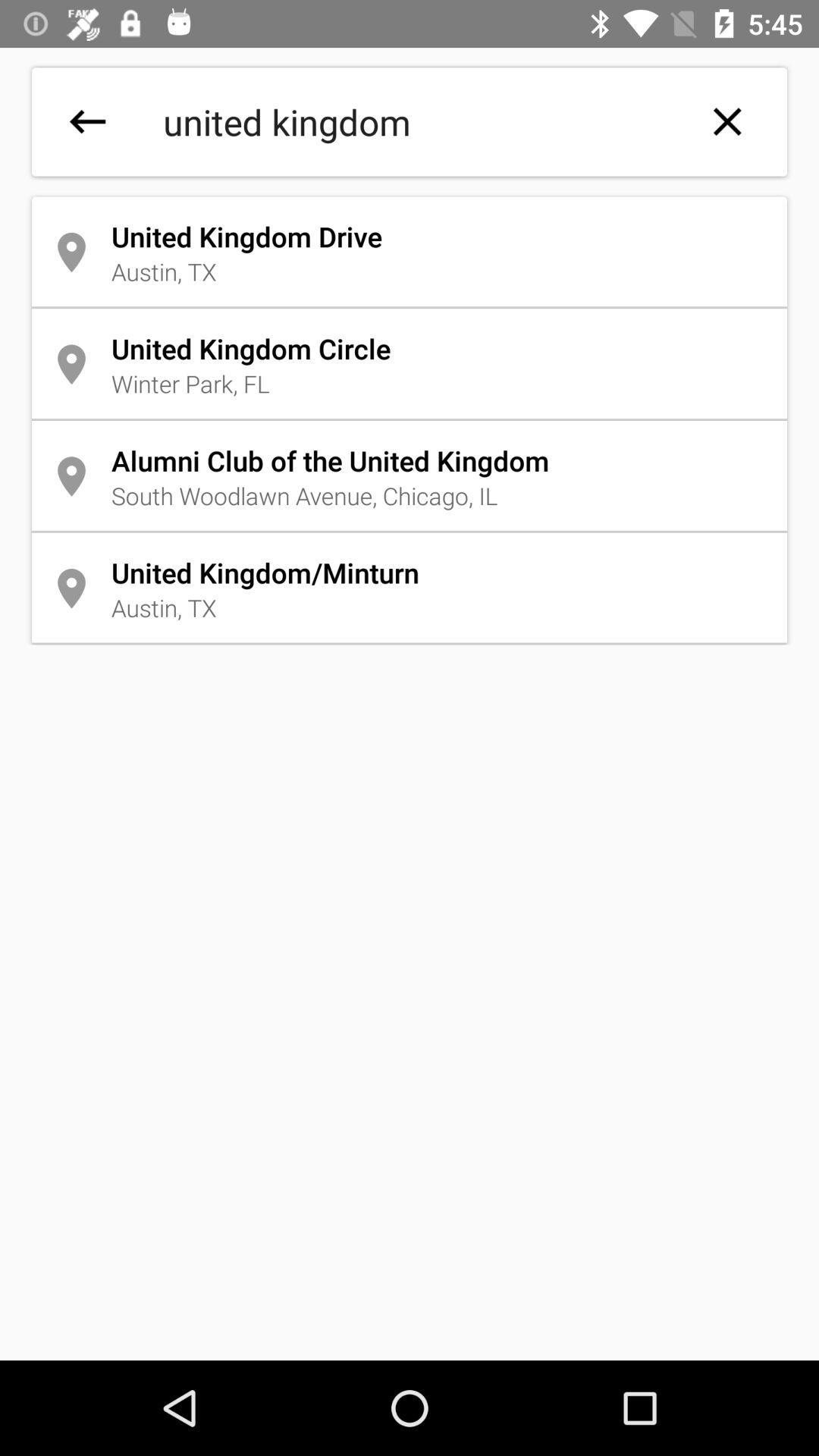 Image resolution: width=819 pixels, height=1456 pixels. I want to click on previouse, so click(87, 121).